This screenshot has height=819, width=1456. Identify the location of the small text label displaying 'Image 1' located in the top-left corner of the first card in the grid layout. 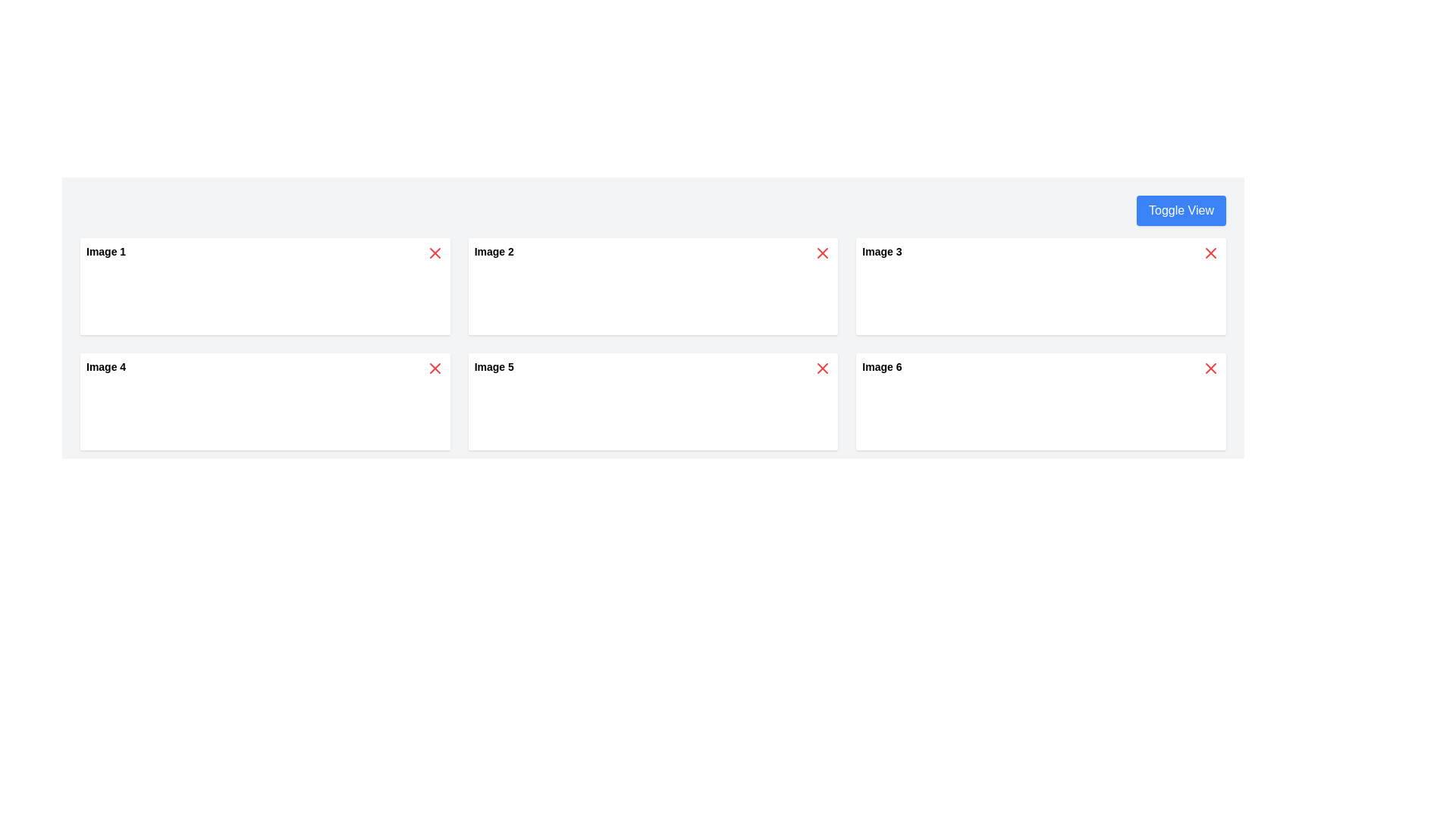
(105, 250).